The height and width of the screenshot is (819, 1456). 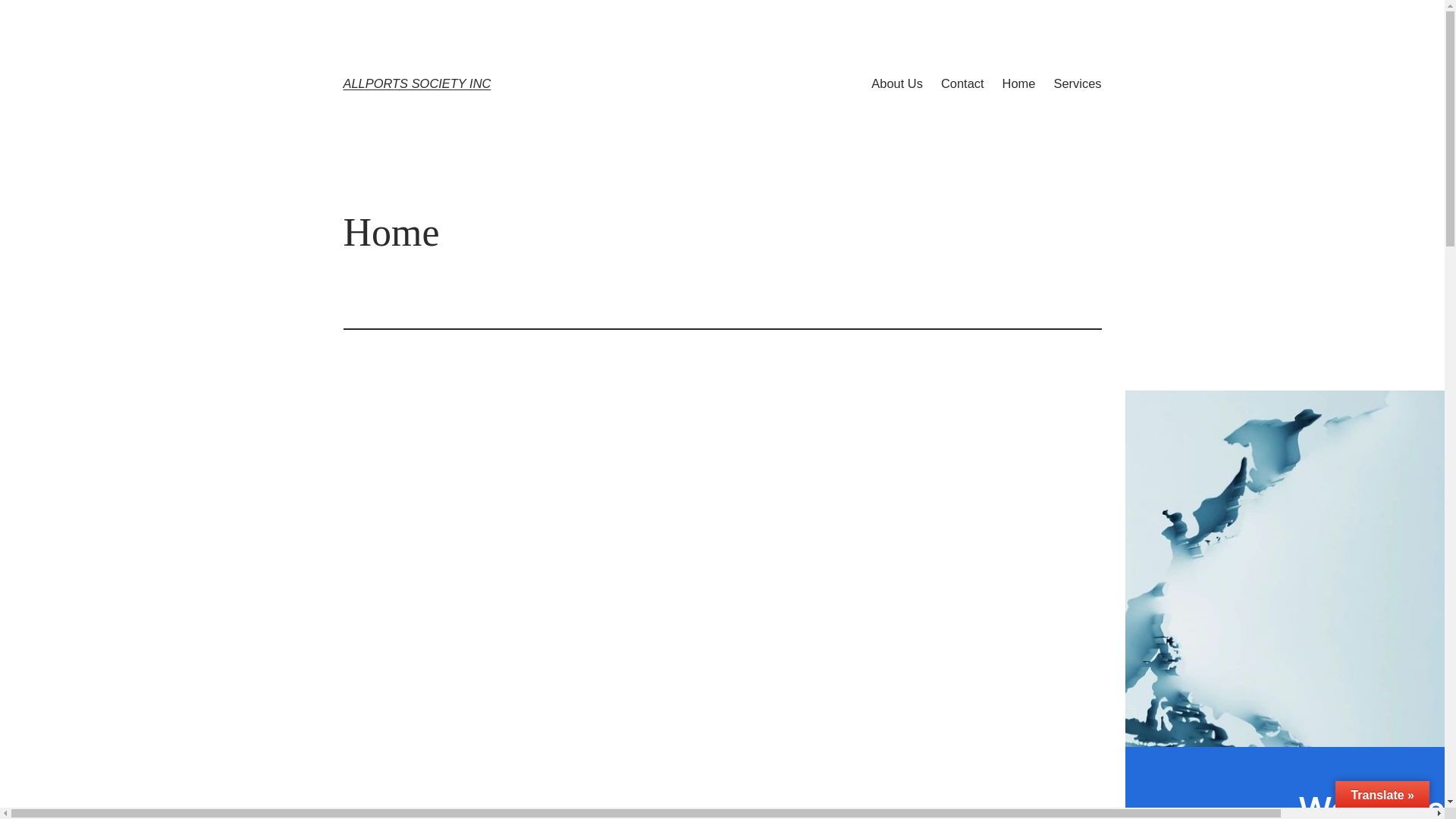 I want to click on 'Services', so click(x=1052, y=83).